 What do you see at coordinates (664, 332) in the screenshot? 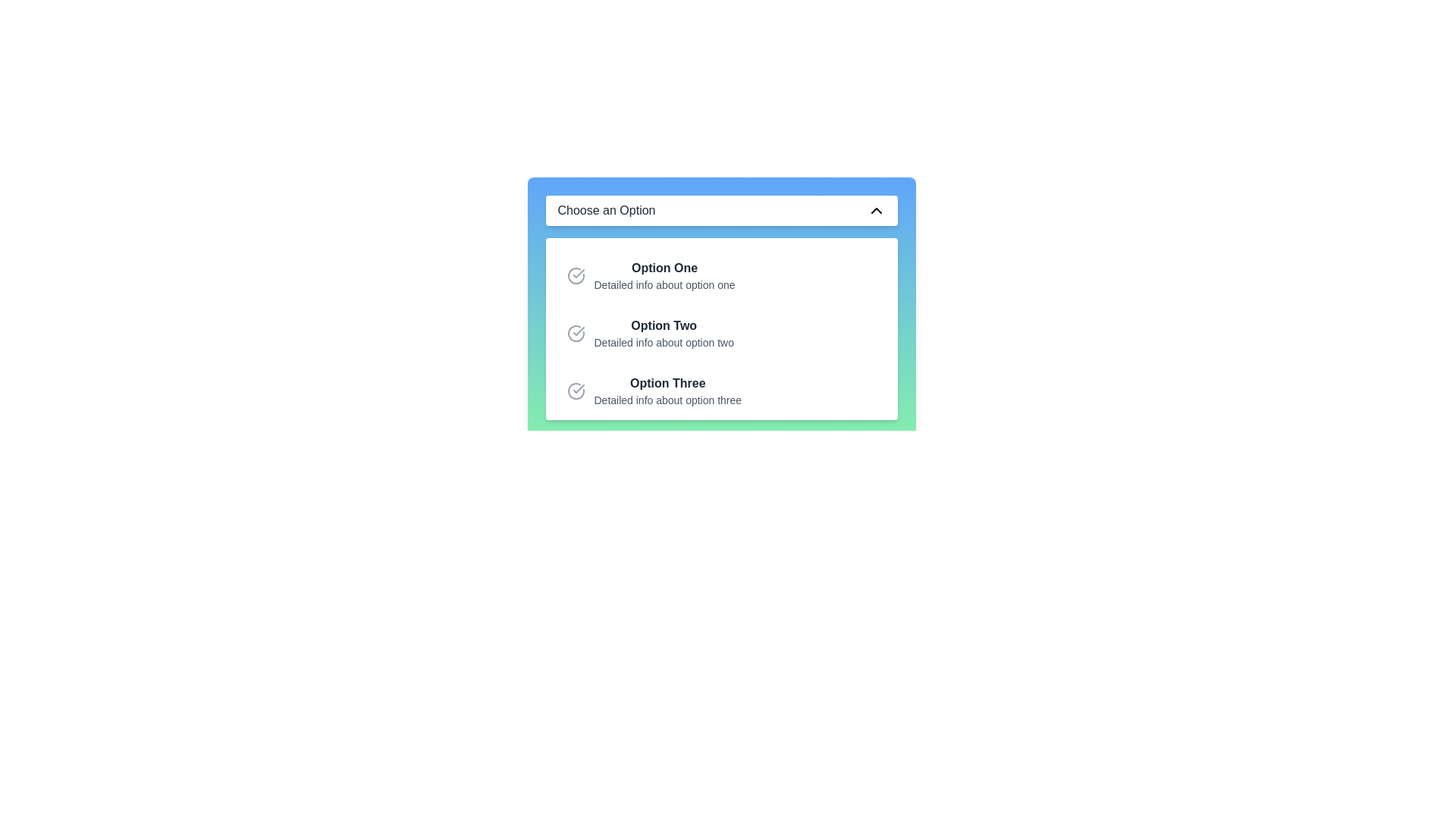
I see `the 'Option Two' button` at bounding box center [664, 332].